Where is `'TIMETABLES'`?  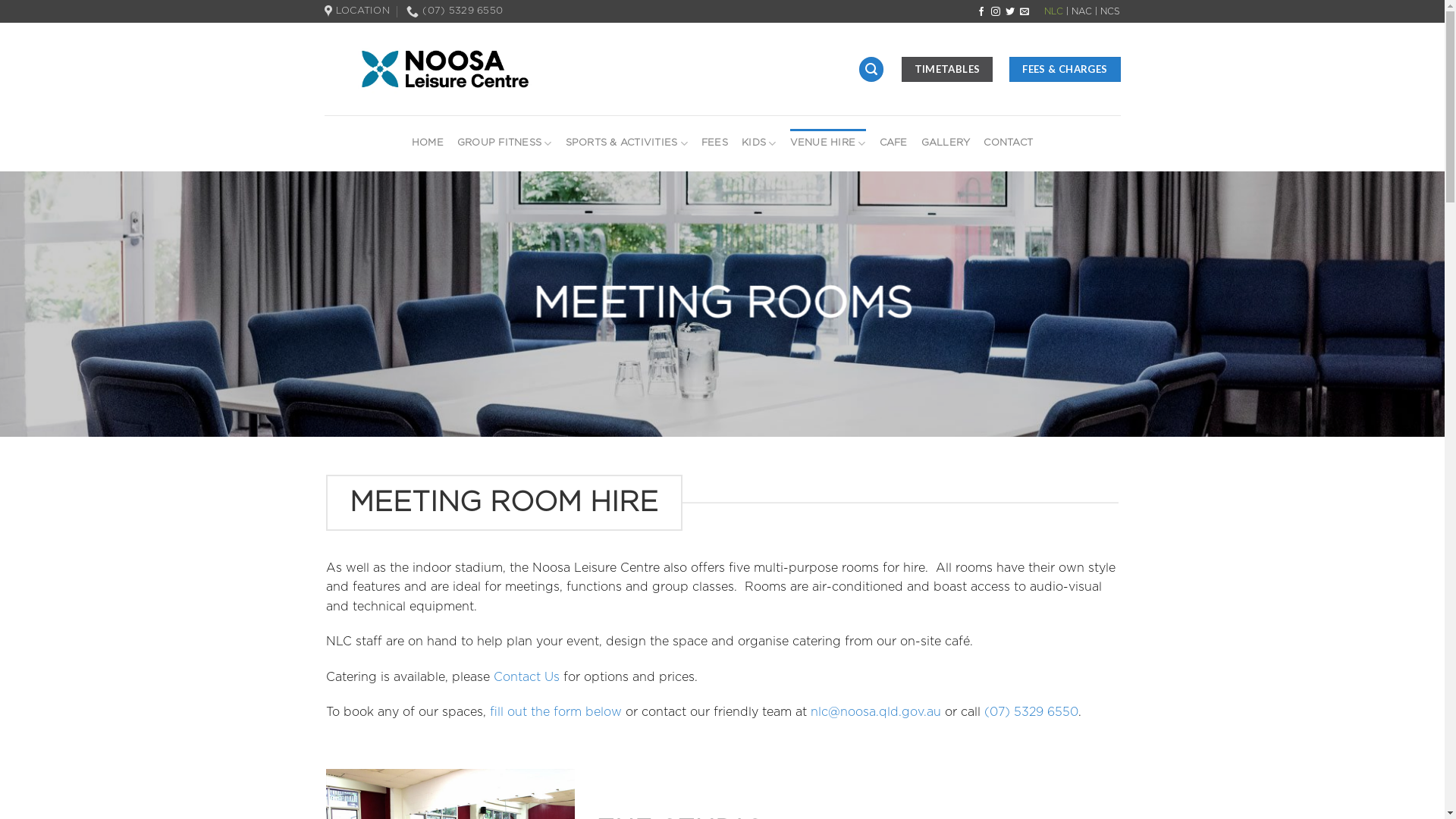
'TIMETABLES' is located at coordinates (946, 70).